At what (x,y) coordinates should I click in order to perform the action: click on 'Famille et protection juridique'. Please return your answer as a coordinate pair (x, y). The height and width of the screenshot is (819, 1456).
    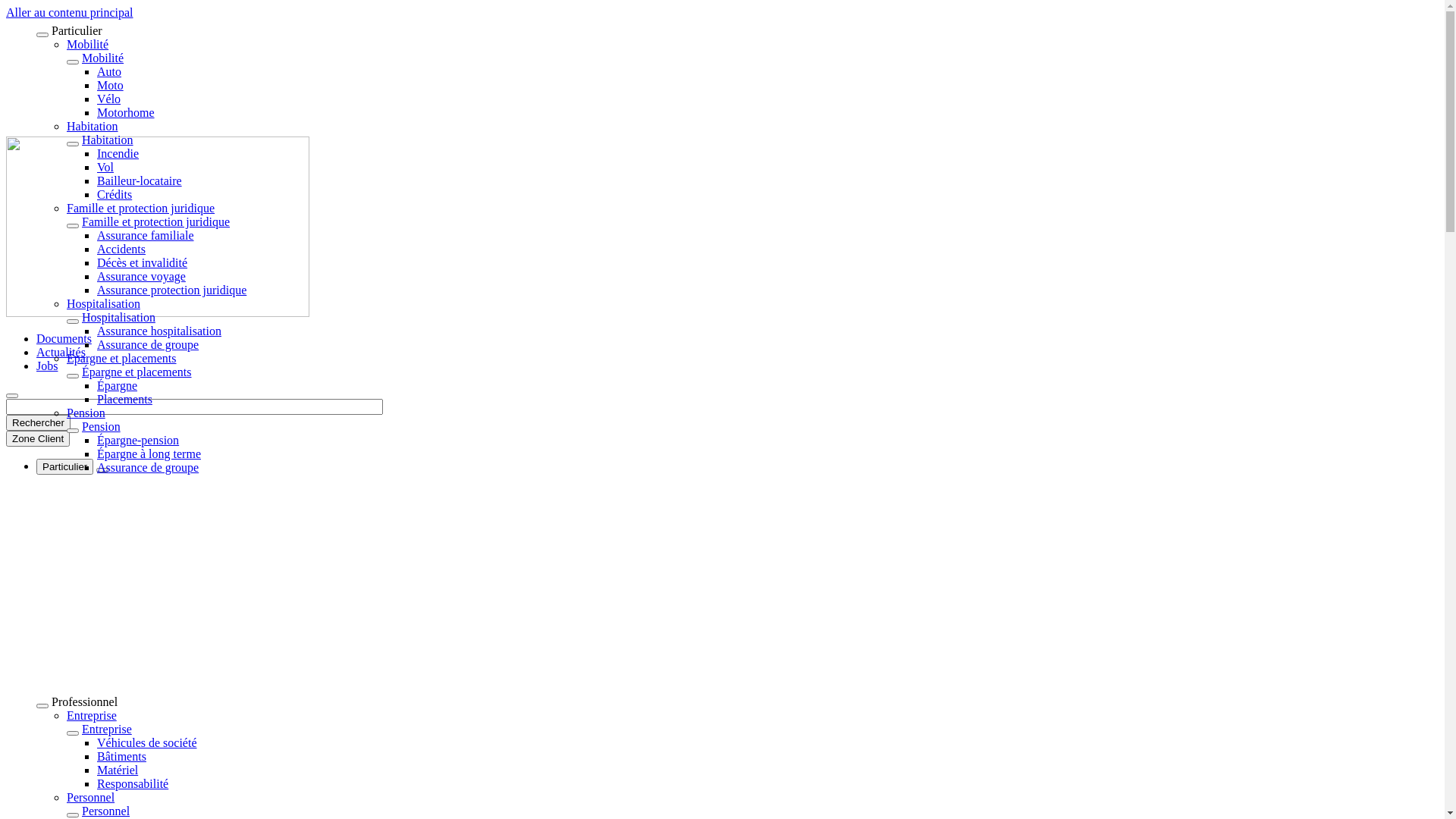
    Looking at the image, I should click on (155, 221).